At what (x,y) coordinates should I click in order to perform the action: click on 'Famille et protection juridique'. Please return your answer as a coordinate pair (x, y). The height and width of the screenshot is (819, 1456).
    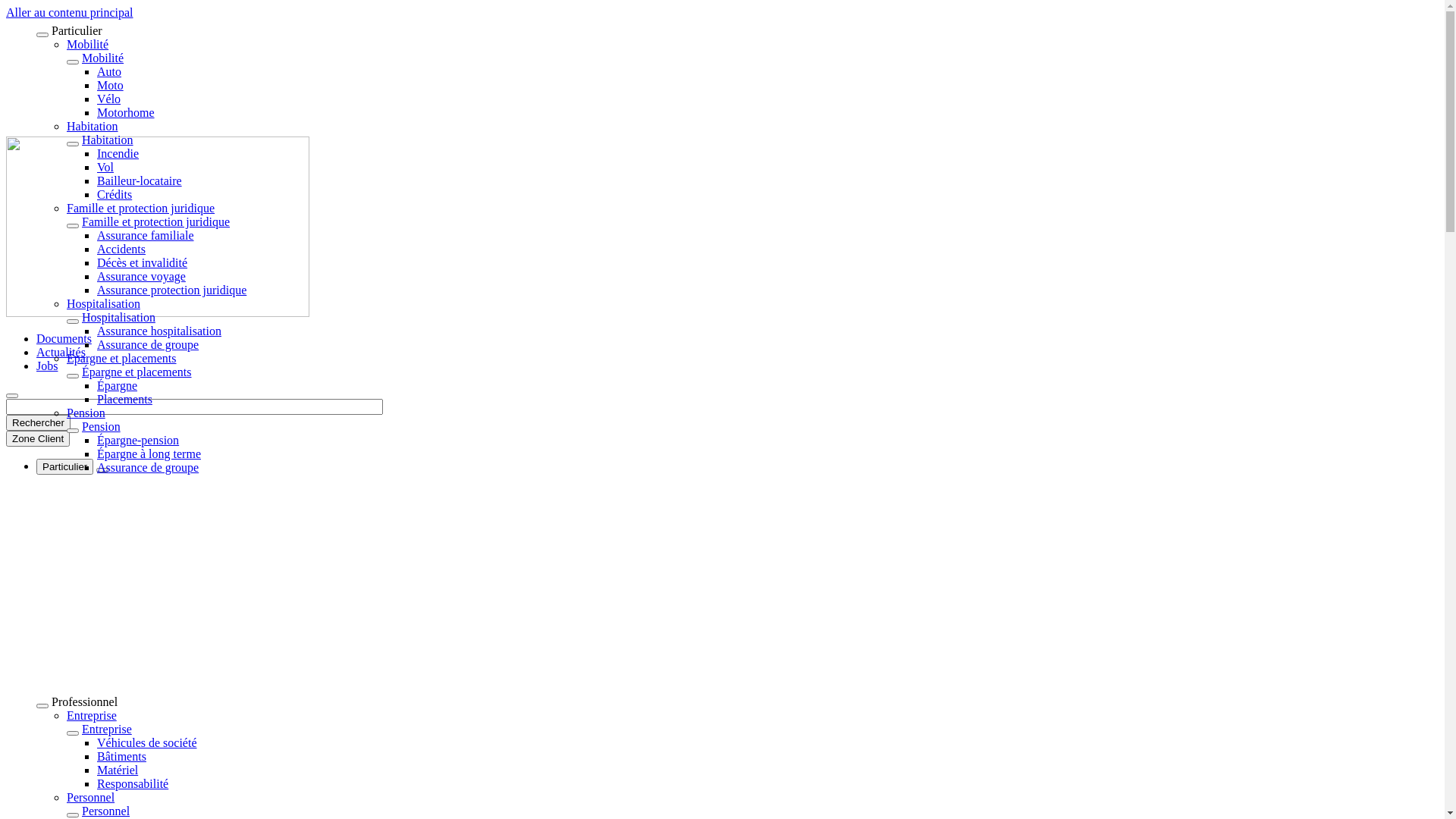
    Looking at the image, I should click on (155, 221).